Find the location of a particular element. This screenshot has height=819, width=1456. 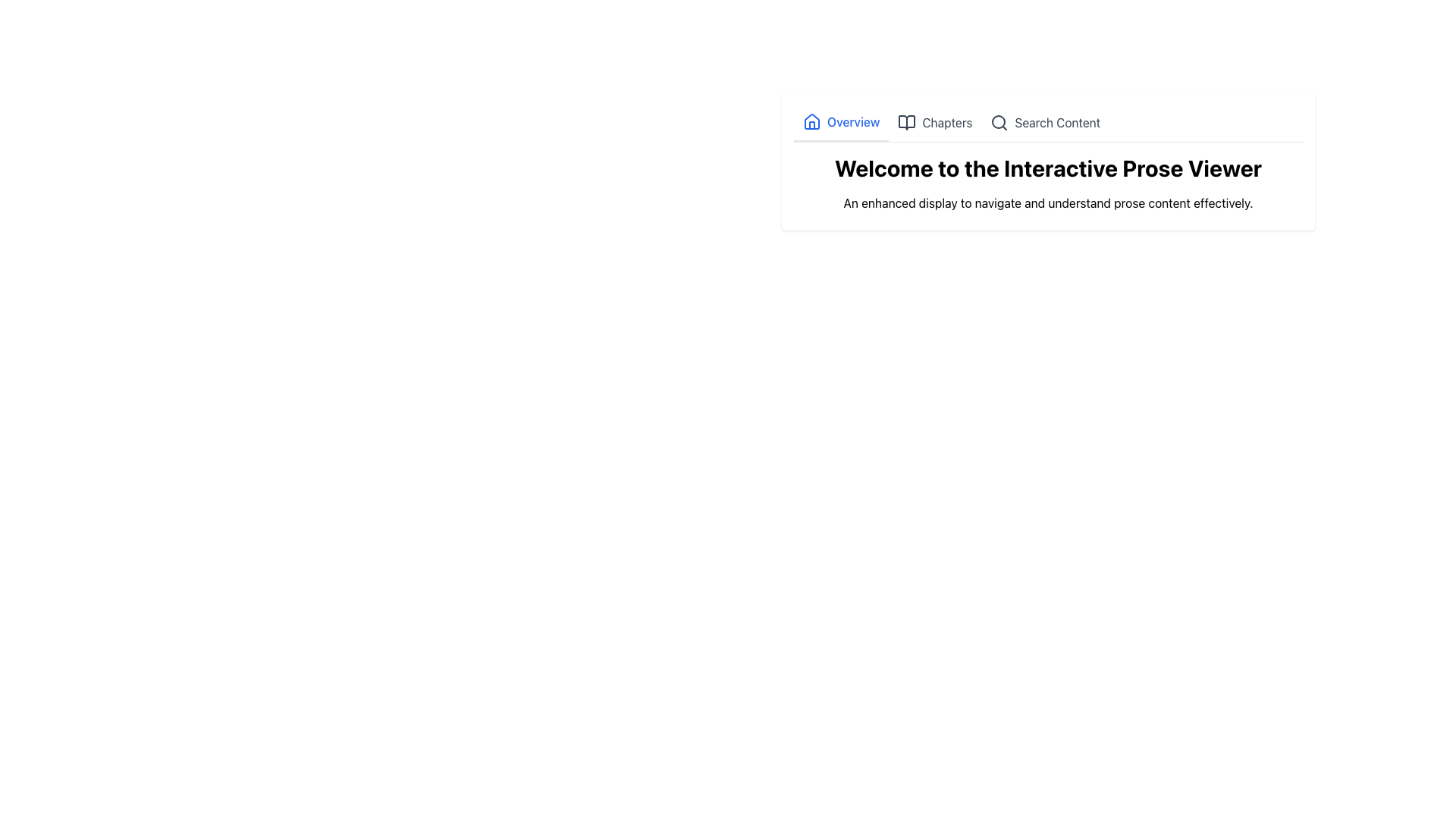

the navigation icon located between the 'Overview' house icon and the 'Search Content' magnifying glass icon is located at coordinates (907, 122).